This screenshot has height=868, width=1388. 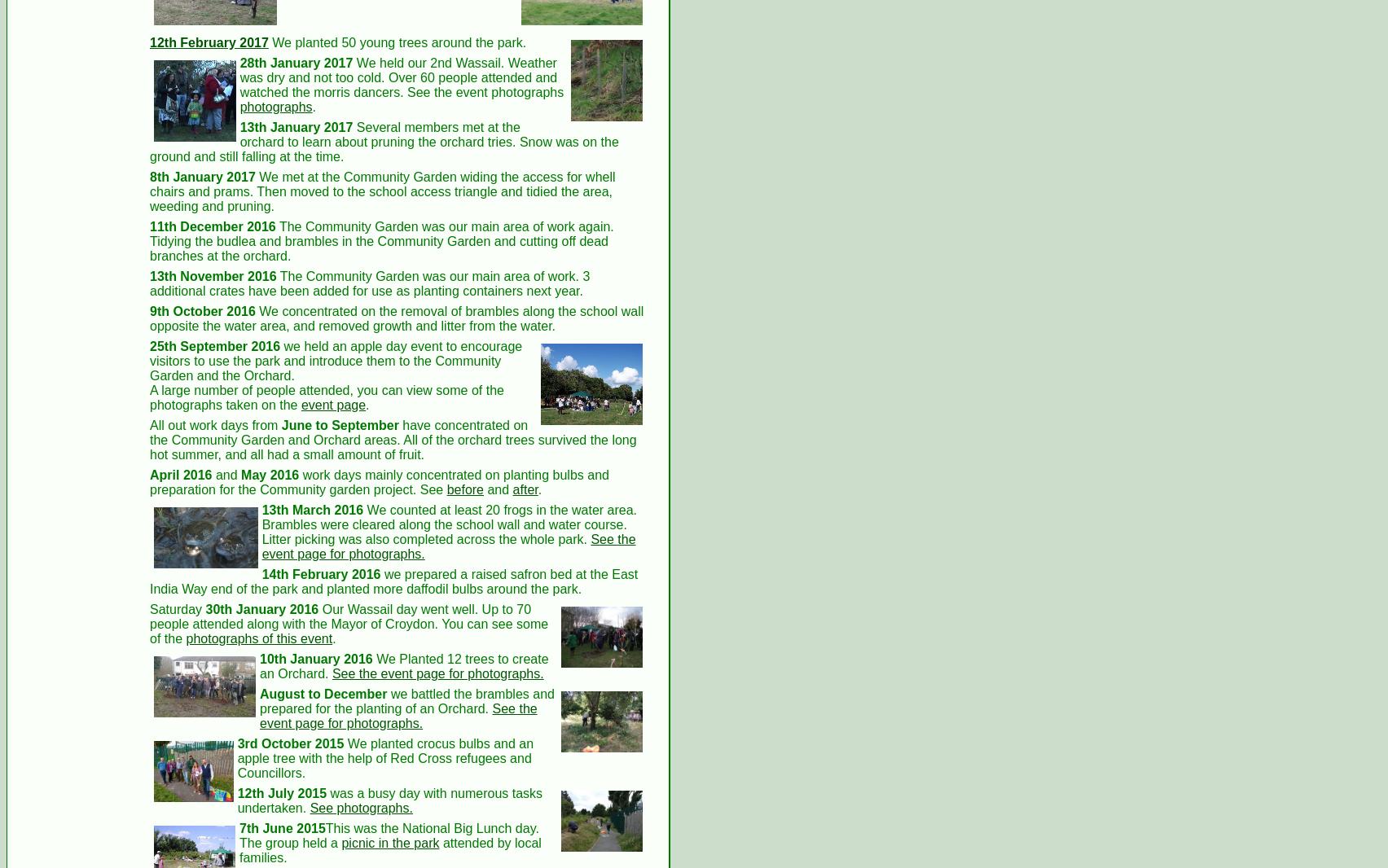 I want to click on '8th January 2017', so click(x=150, y=175).